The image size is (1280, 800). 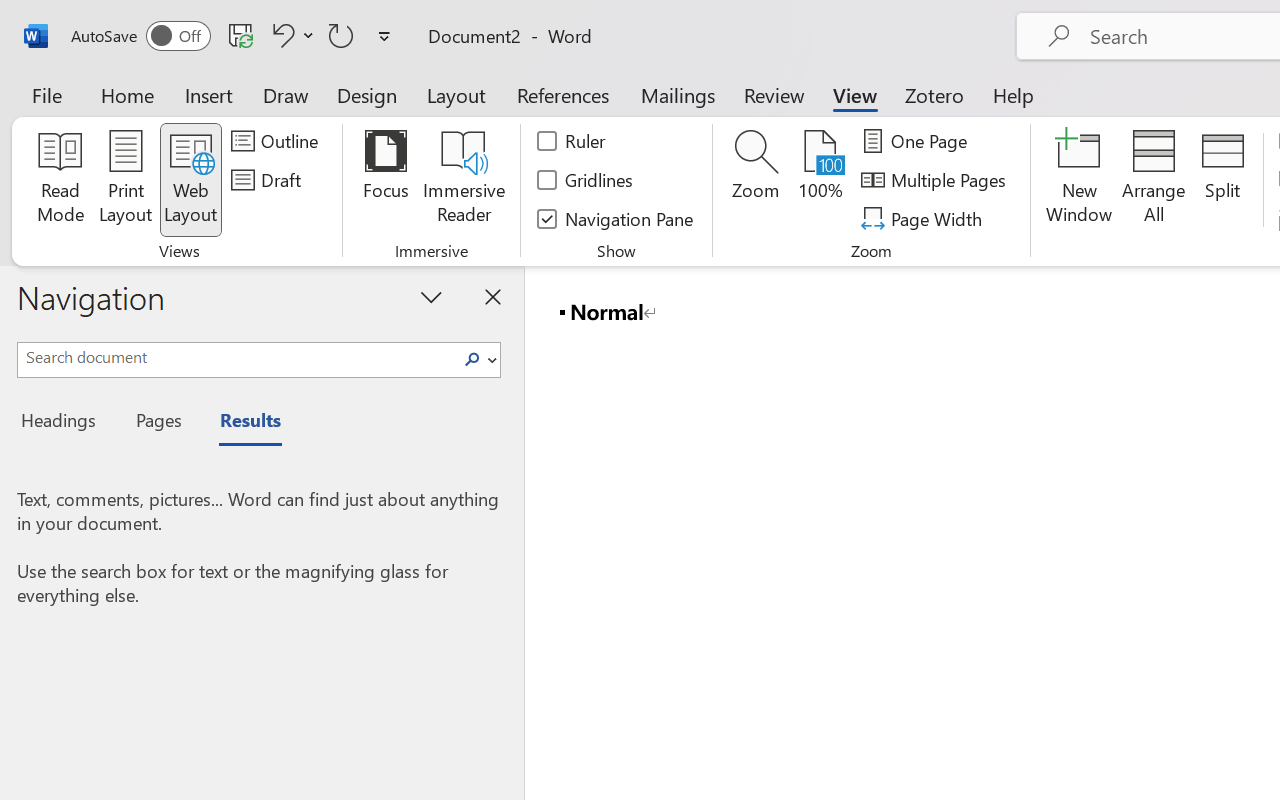 I want to click on 'Search', so click(x=471, y=360).